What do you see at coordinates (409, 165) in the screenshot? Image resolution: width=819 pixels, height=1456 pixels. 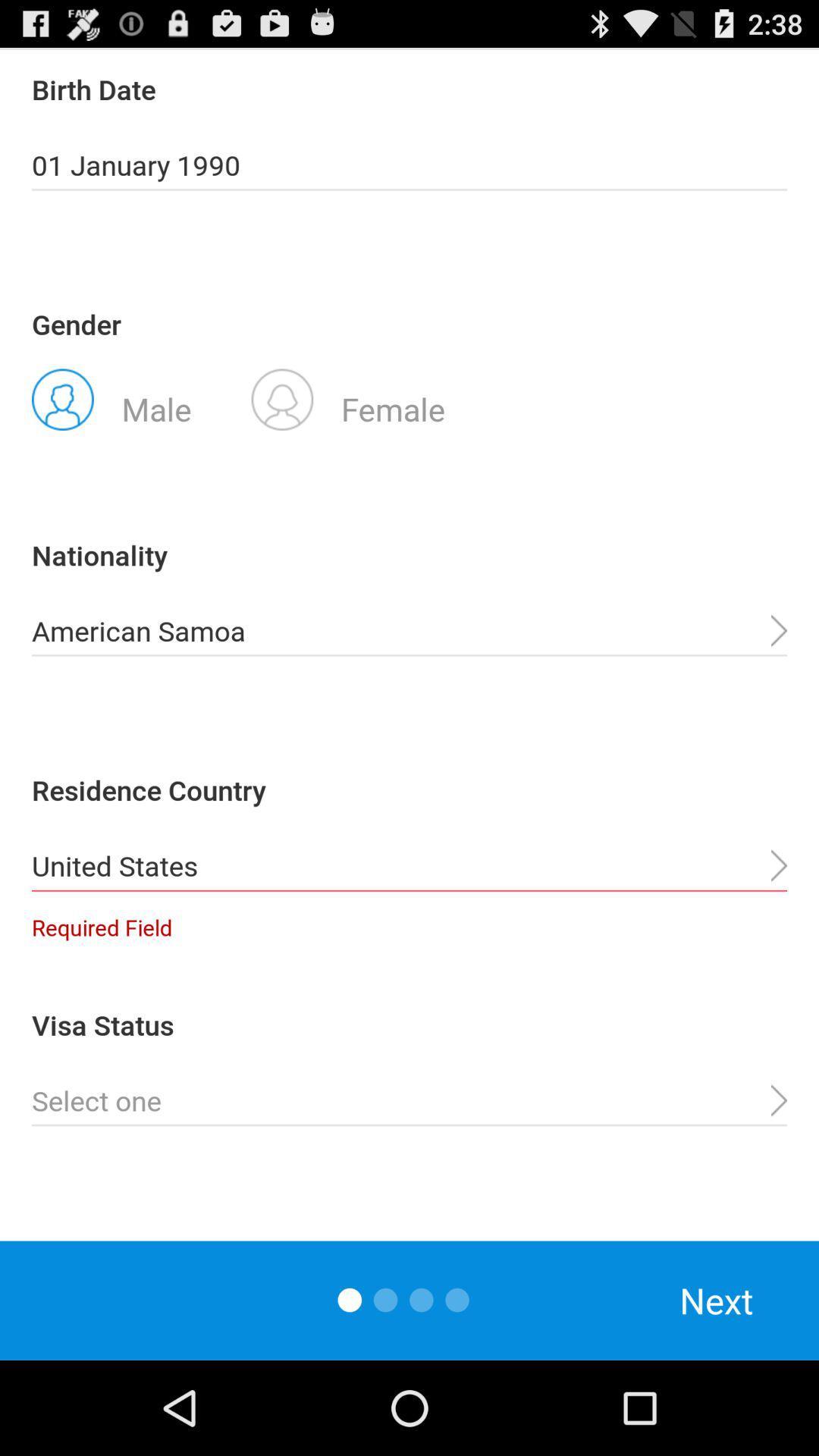 I see `the app below birth date item` at bounding box center [409, 165].